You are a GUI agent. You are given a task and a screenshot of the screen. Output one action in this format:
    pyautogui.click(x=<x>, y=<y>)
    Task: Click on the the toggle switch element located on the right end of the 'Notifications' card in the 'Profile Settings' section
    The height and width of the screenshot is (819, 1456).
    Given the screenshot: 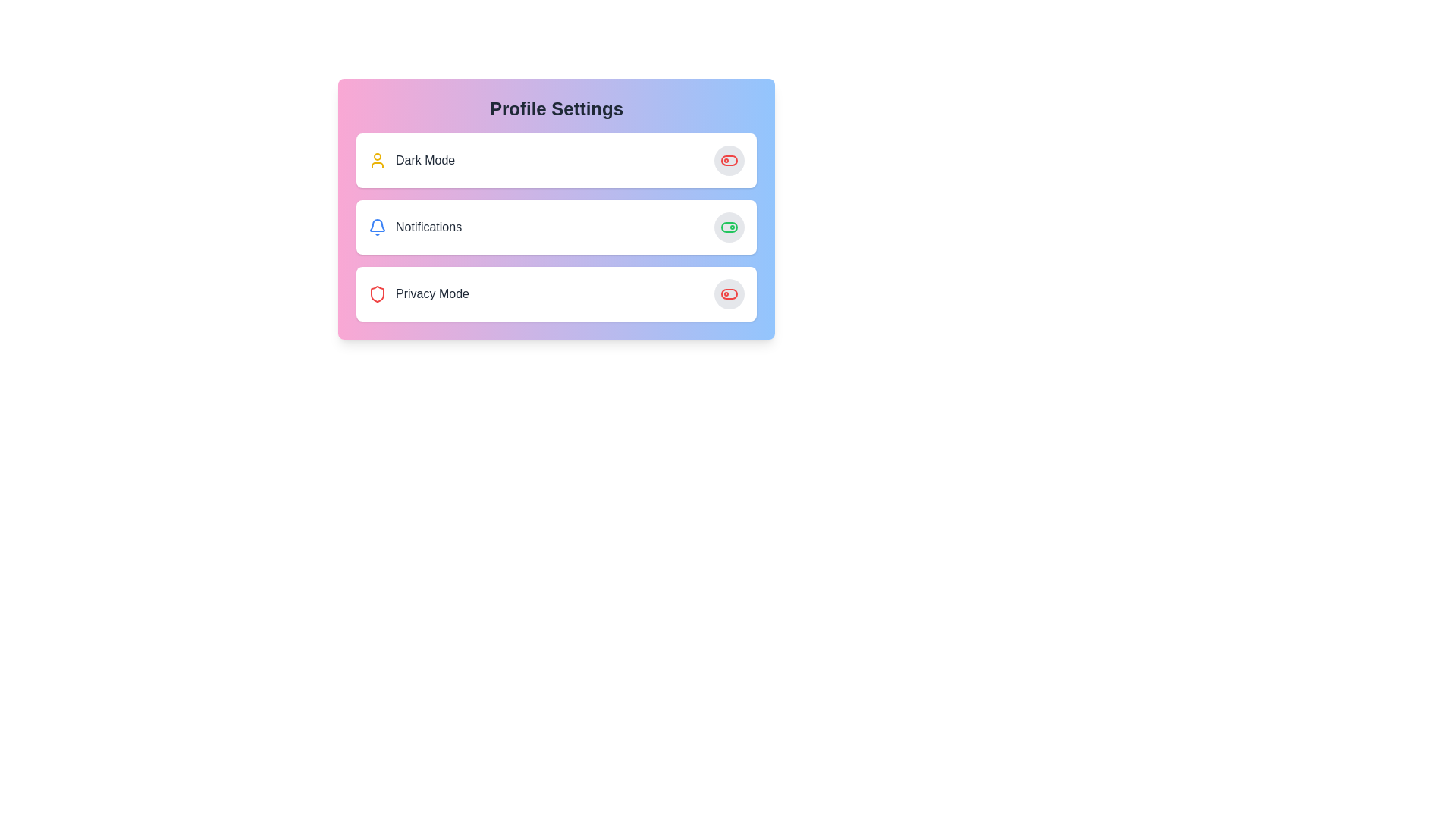 What is the action you would take?
    pyautogui.click(x=729, y=227)
    